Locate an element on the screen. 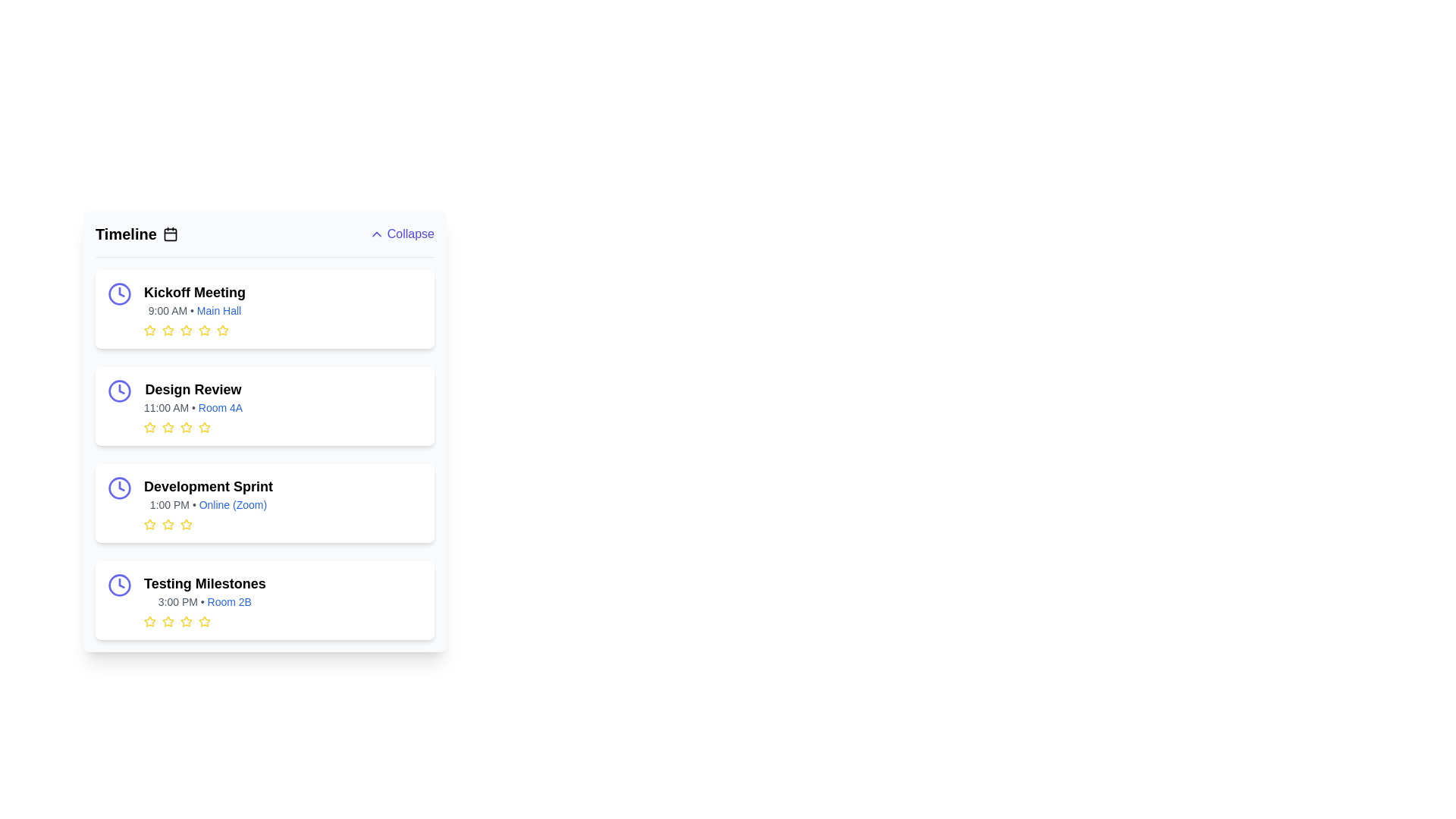 The image size is (1456, 819). the fourth star in the rating component below the text 'Testing Milestones 3:00 PM • Room 2B' is located at coordinates (204, 622).